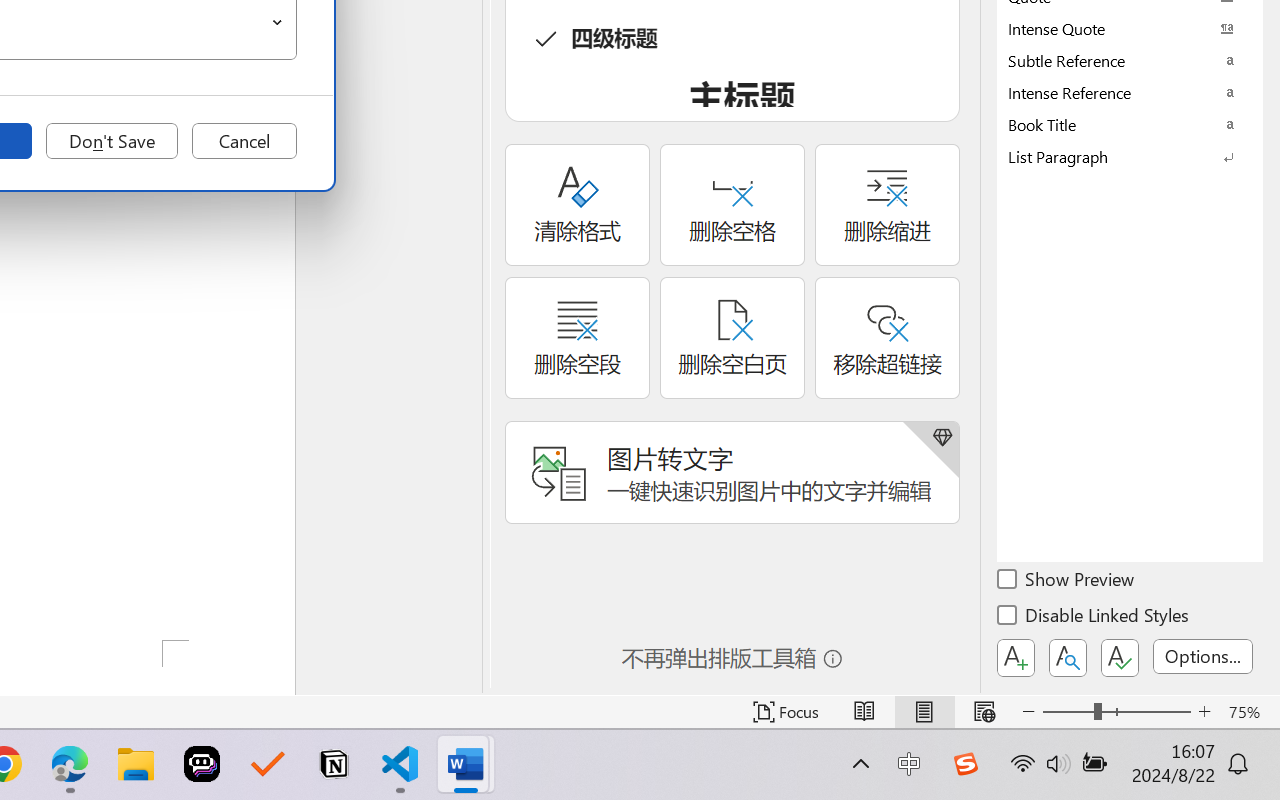 The height and width of the screenshot is (800, 1280). I want to click on 'Poe', so click(202, 764).